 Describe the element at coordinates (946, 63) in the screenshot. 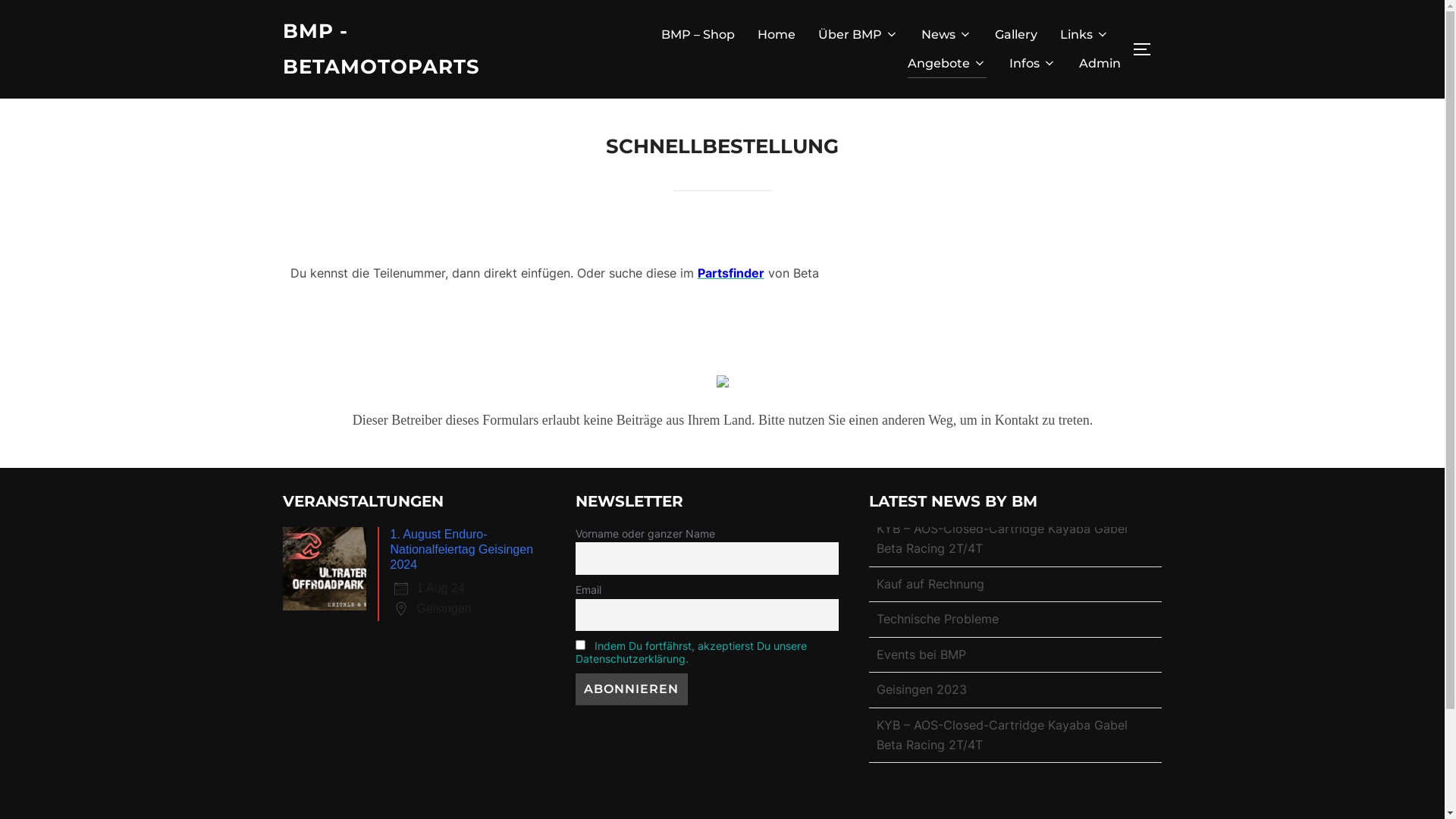

I see `'Angebote'` at that location.